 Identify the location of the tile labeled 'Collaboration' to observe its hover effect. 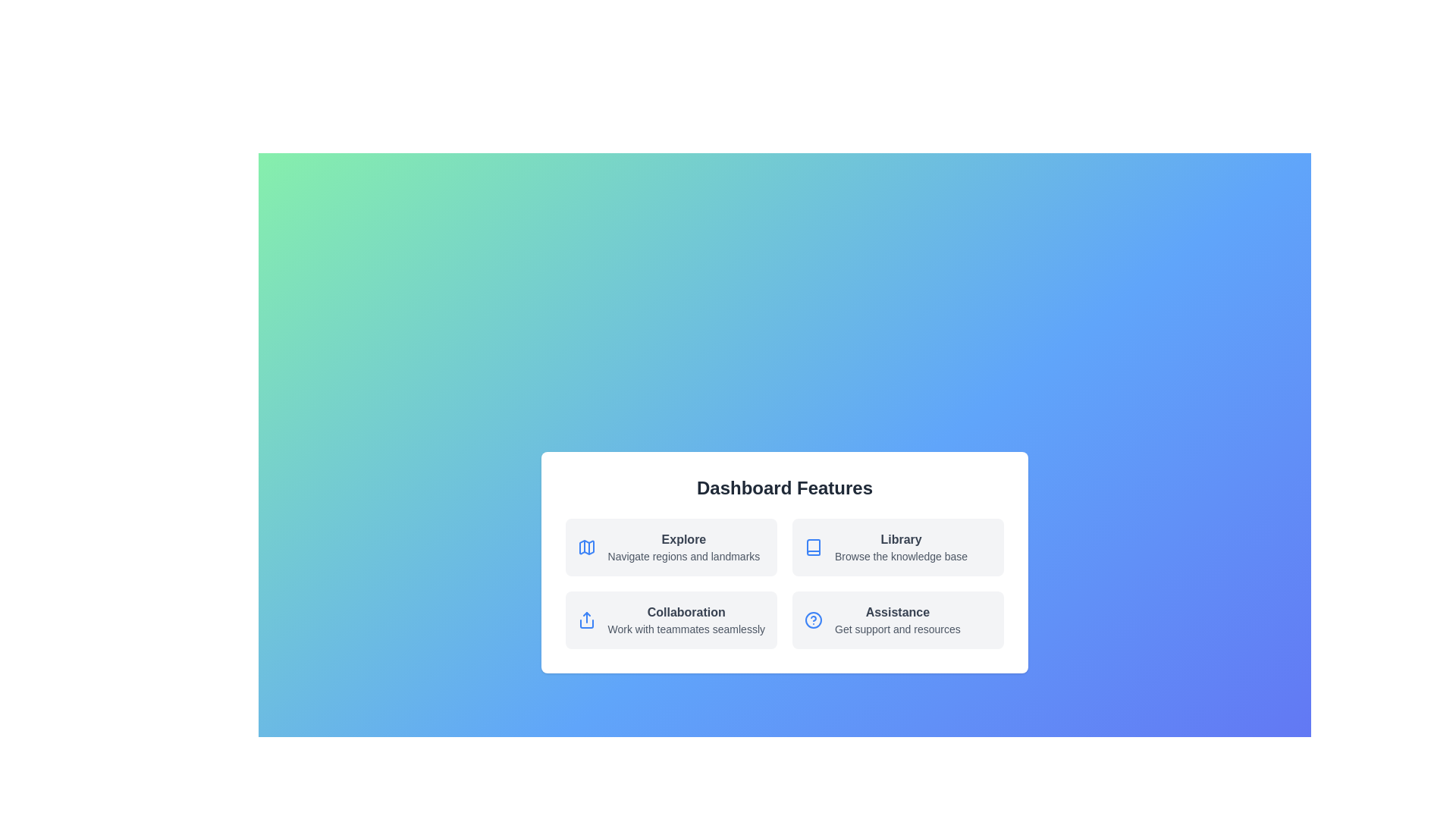
(670, 620).